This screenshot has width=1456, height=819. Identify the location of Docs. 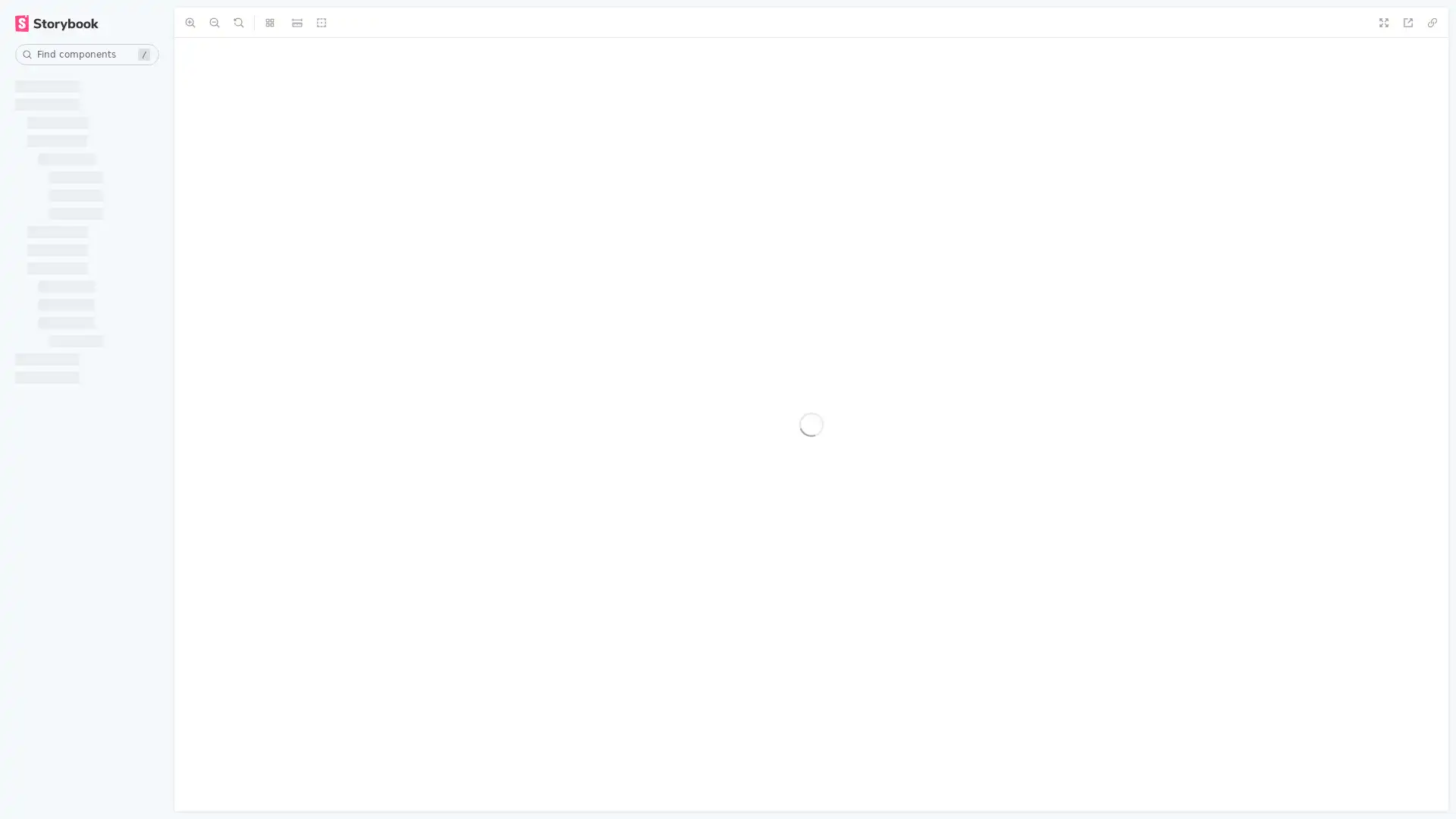
(254, 23).